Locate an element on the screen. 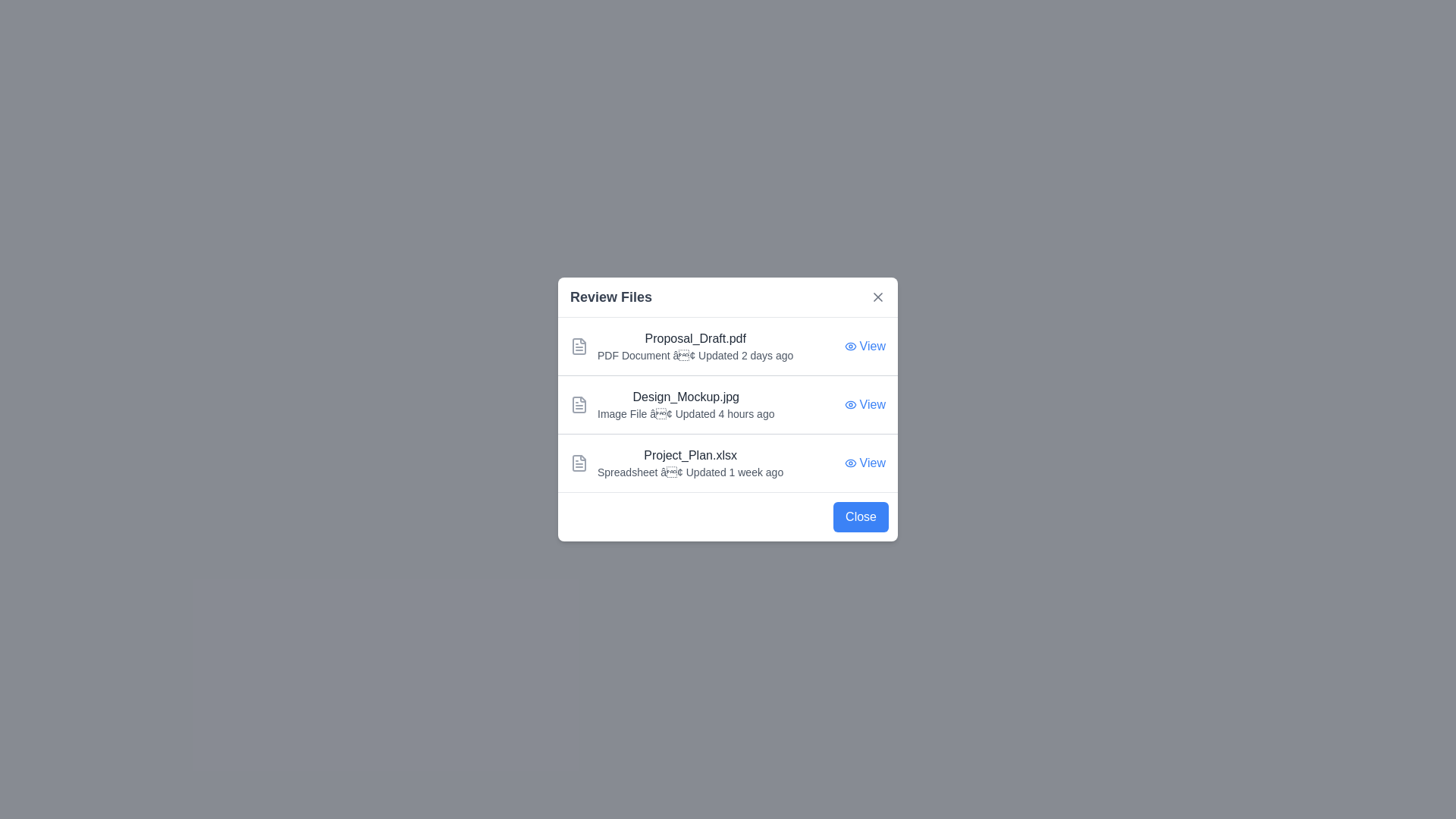  the 'View' button for the file named Proposal_Draft.pdf is located at coordinates (864, 346).